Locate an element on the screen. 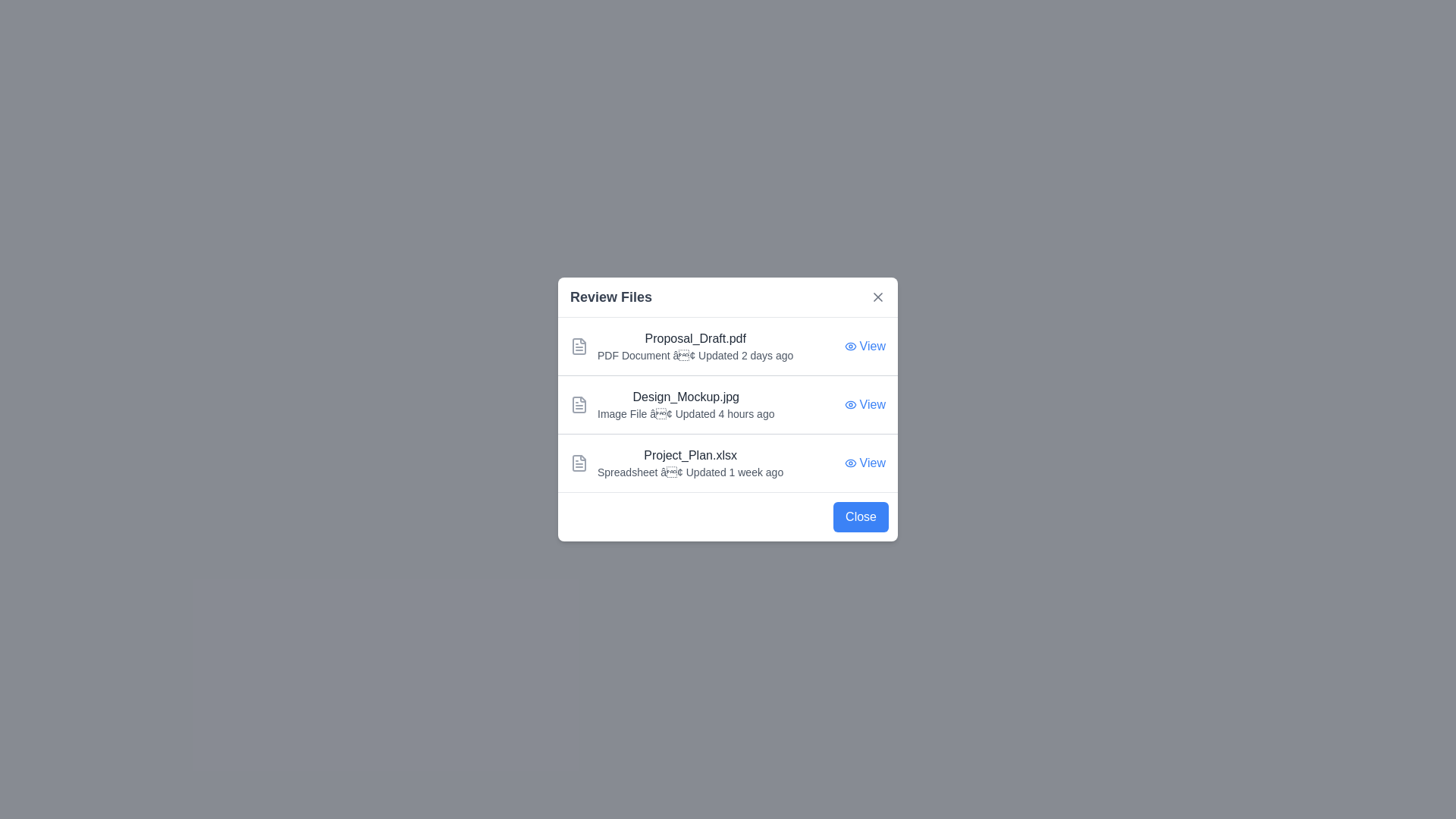  the 'View' button for the file named Proposal_Draft.pdf is located at coordinates (864, 346).